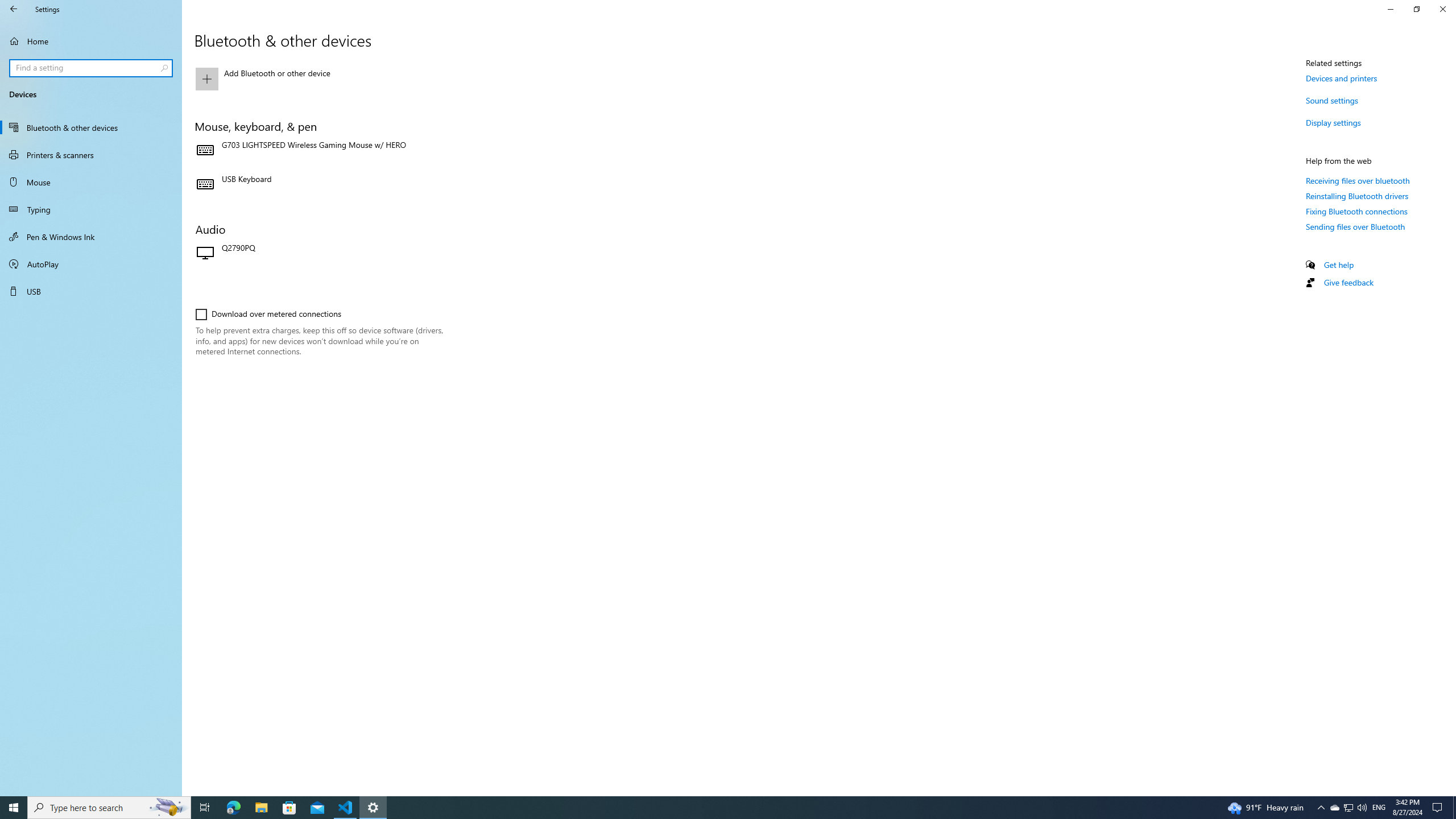 The height and width of the screenshot is (819, 1456). Describe the element at coordinates (1416, 9) in the screenshot. I see `'Restore Settings'` at that location.